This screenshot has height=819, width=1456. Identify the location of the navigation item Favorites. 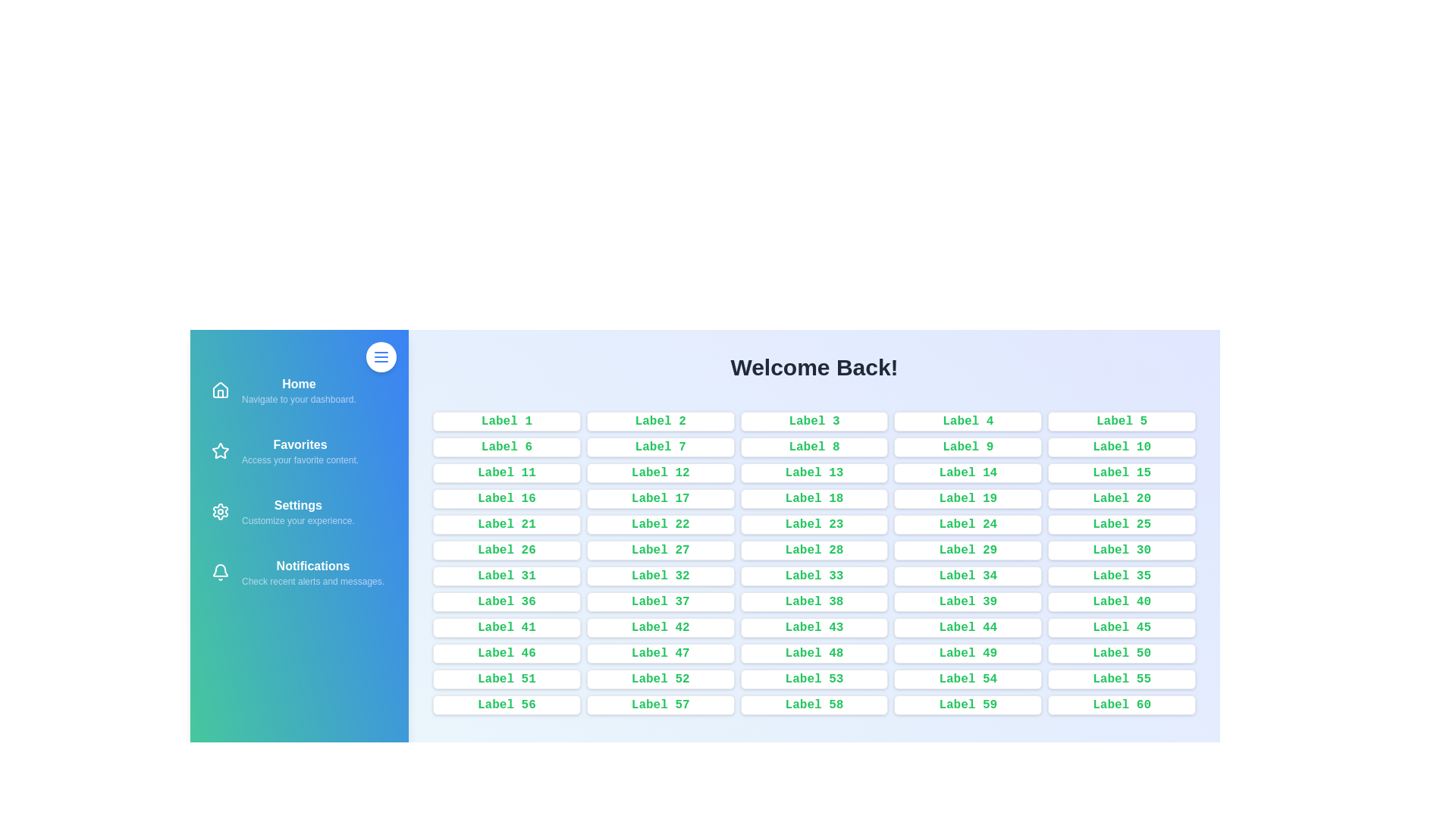
(299, 450).